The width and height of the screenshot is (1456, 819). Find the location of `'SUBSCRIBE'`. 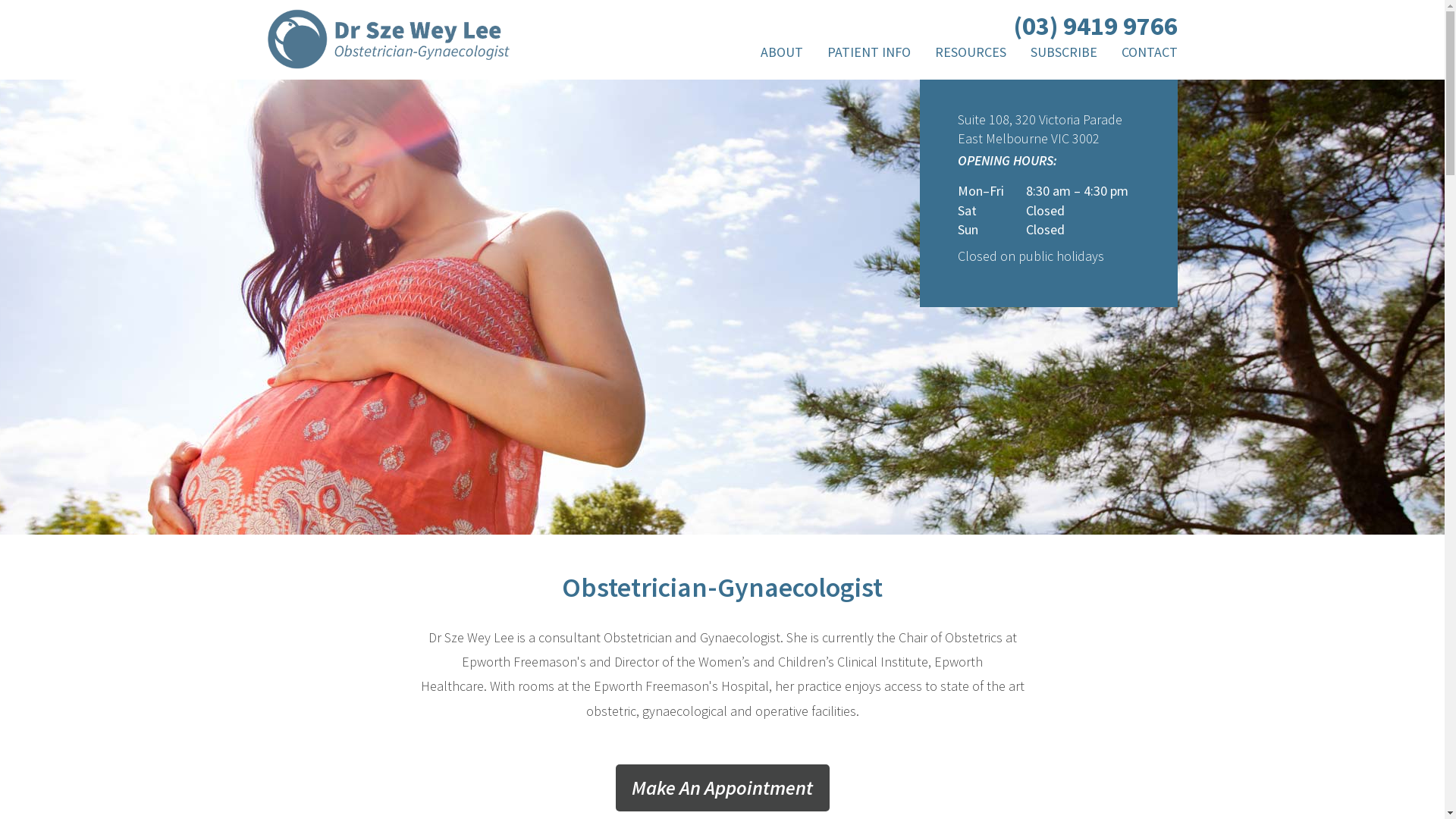

'SUBSCRIBE' is located at coordinates (1062, 55).